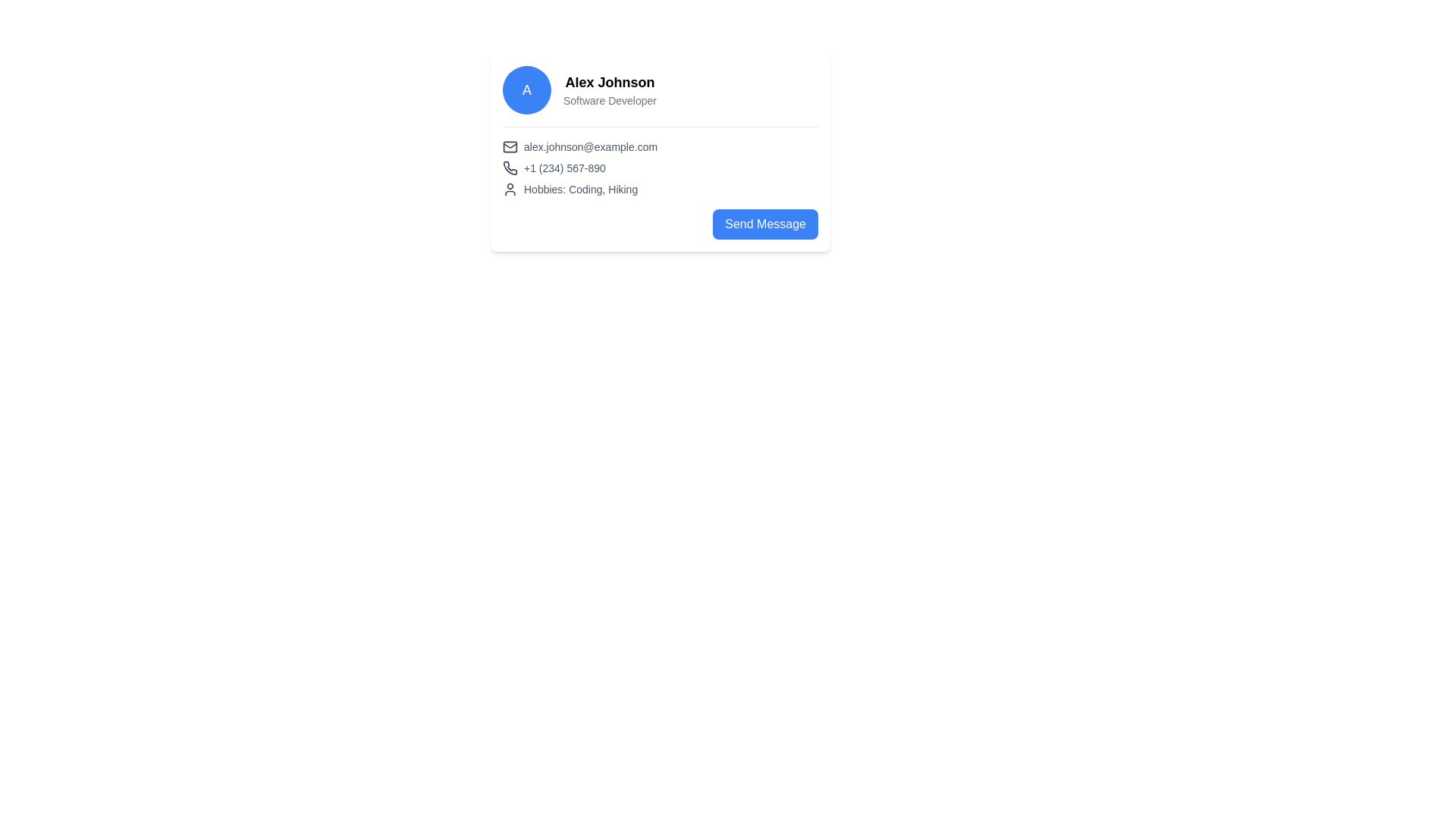 This screenshot has width=1456, height=819. Describe the element at coordinates (660, 162) in the screenshot. I see `content from the Profile information display block that shows the email address, phone number, and hobbies, located in the personal information section below the user's name and job title` at that location.